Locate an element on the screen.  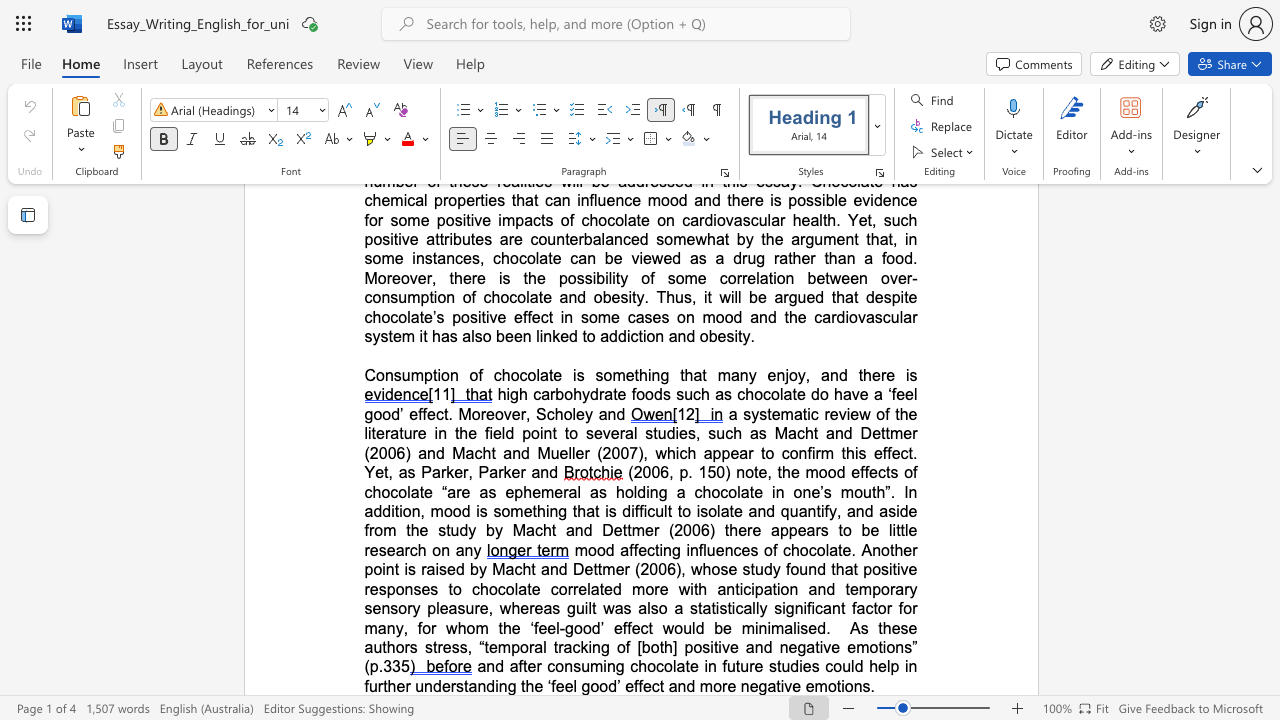
the subset text "consuming chocolate in future studies could help in further understanding the ‘feel good’ effect and more negative em" within the text "and after consuming chocolate in future studies could help in further understanding the ‘feel good’ effect and more negative emotions." is located at coordinates (547, 666).